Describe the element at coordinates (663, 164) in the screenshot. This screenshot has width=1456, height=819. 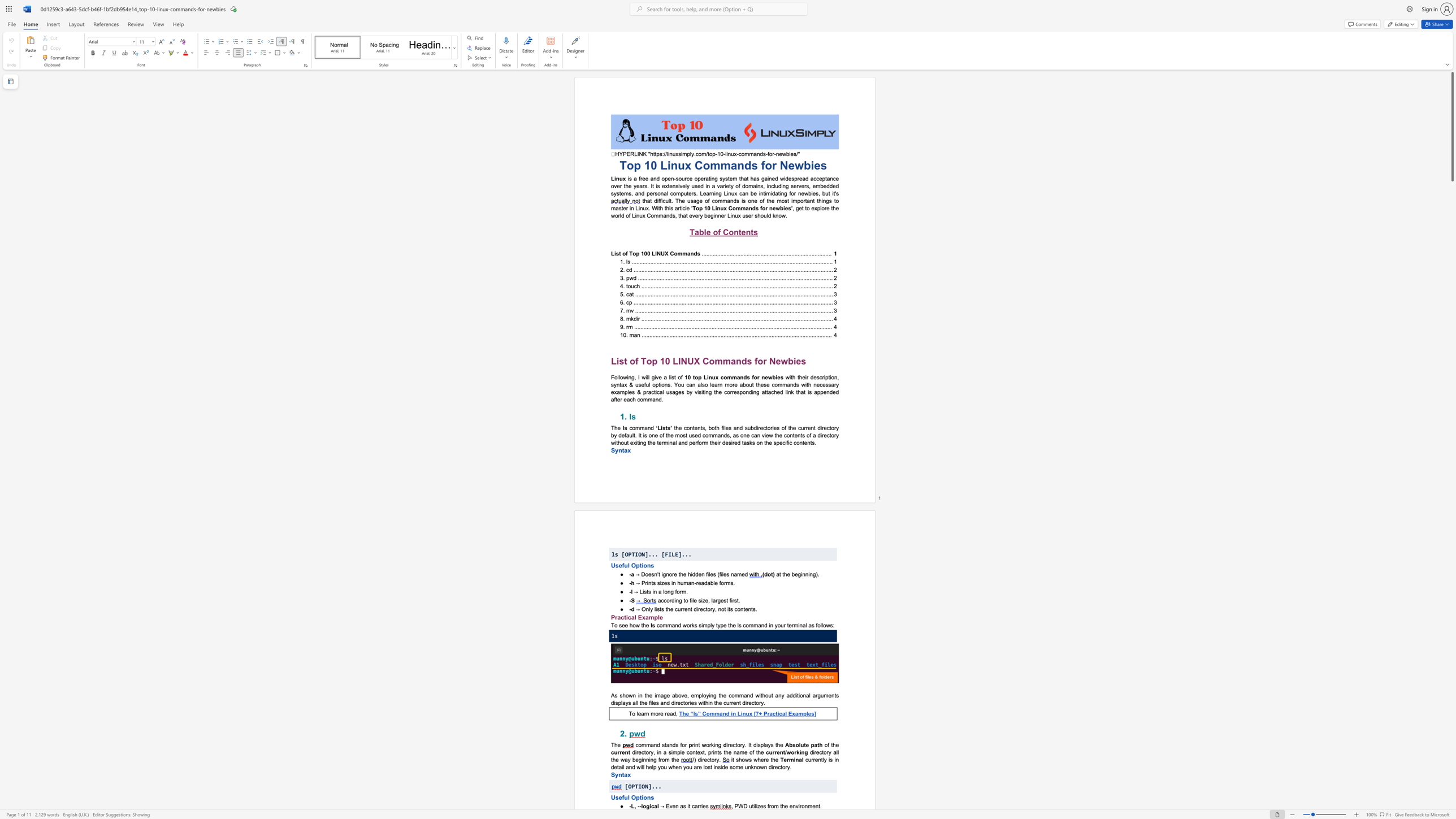
I see `the 1th character "L" in the text` at that location.